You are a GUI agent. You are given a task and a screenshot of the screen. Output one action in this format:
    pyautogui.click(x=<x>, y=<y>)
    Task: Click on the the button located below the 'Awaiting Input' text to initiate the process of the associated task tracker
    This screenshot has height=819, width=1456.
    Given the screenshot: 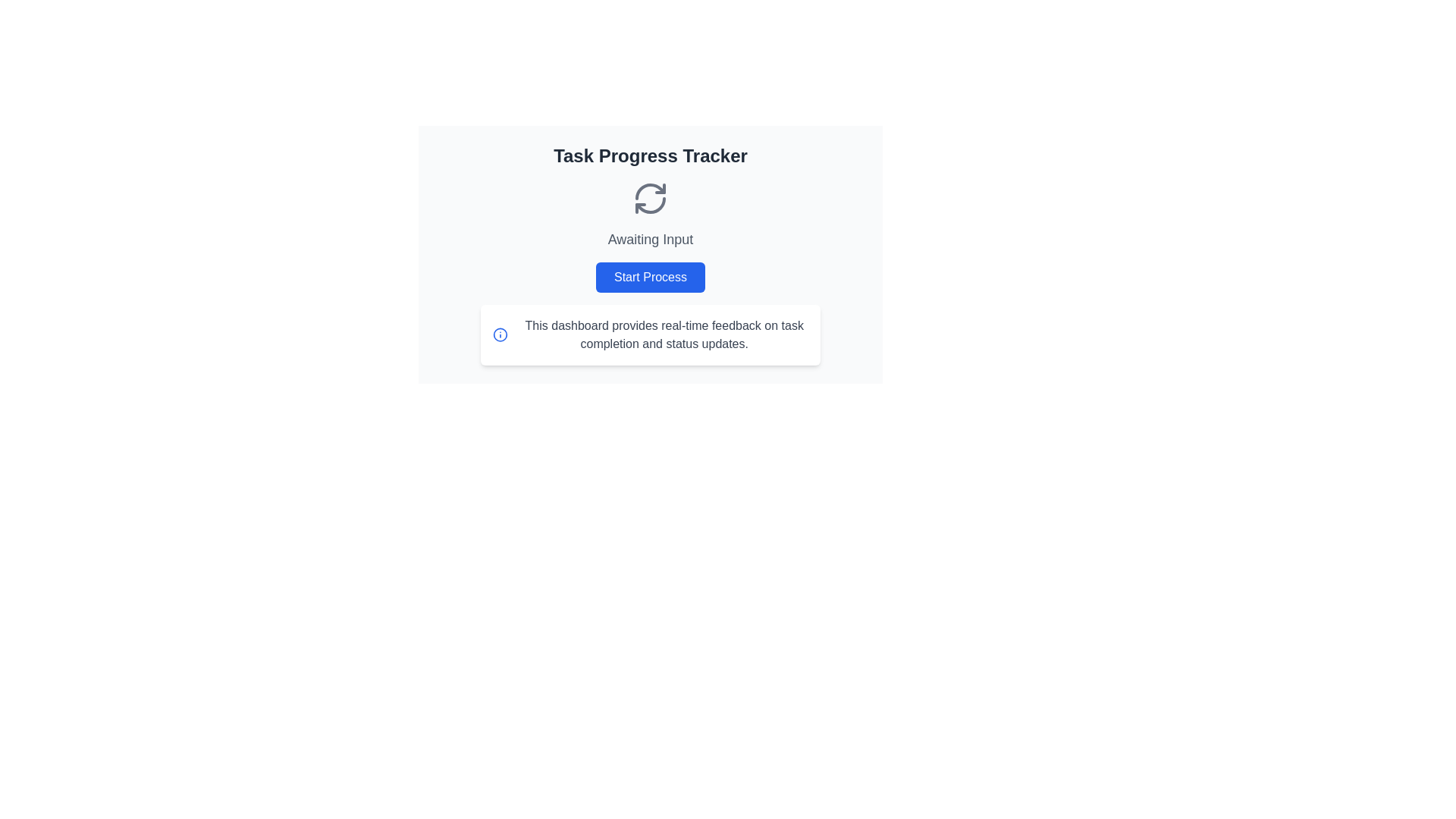 What is the action you would take?
    pyautogui.click(x=651, y=278)
    